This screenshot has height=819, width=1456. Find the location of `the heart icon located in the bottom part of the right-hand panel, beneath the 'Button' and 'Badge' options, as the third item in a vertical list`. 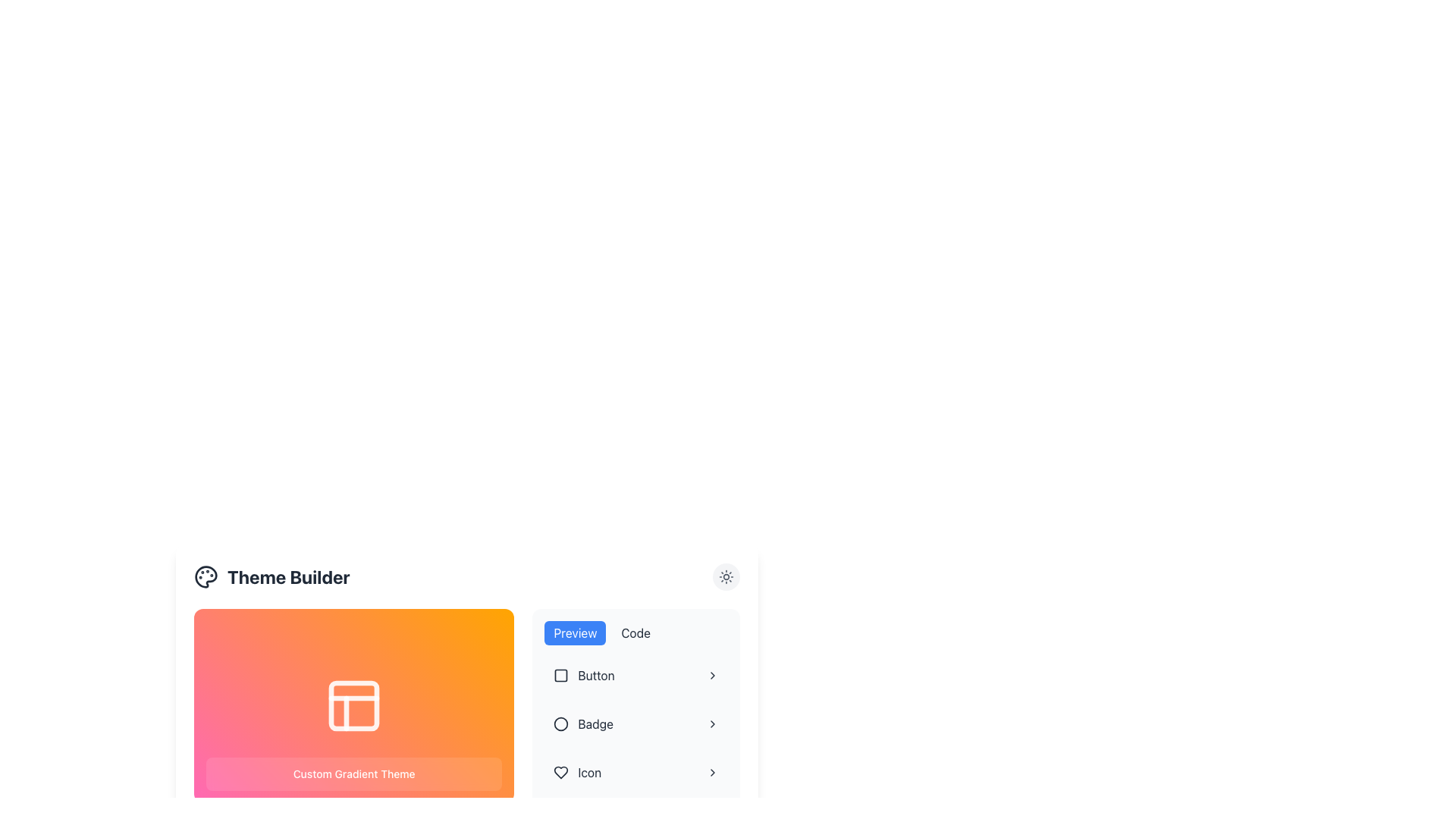

the heart icon located in the bottom part of the right-hand panel, beneath the 'Button' and 'Badge' options, as the third item in a vertical list is located at coordinates (560, 772).